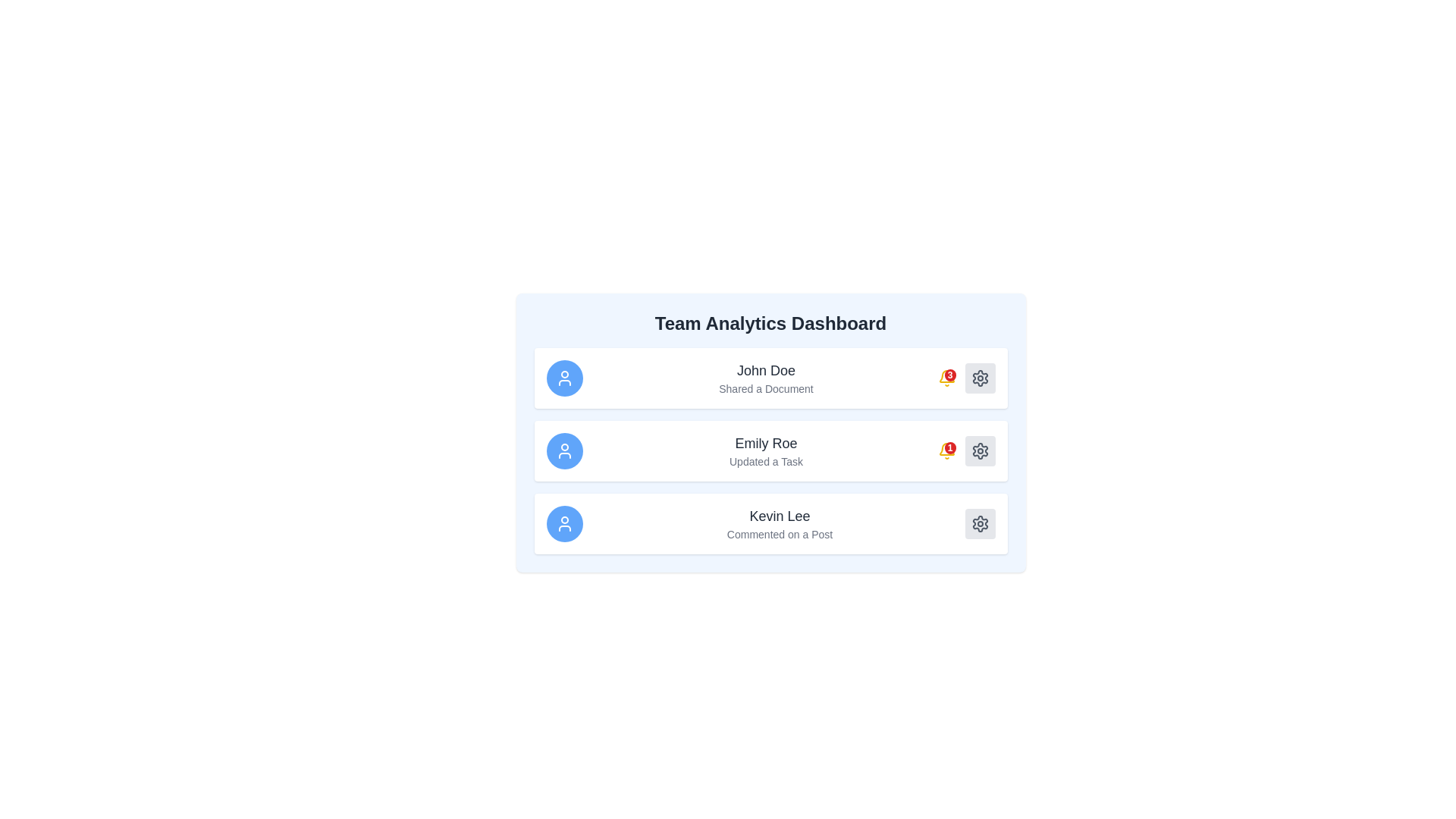 This screenshot has width=1456, height=819. I want to click on the settings button located in the third row on the far right side of the dashboard interface, so click(980, 450).